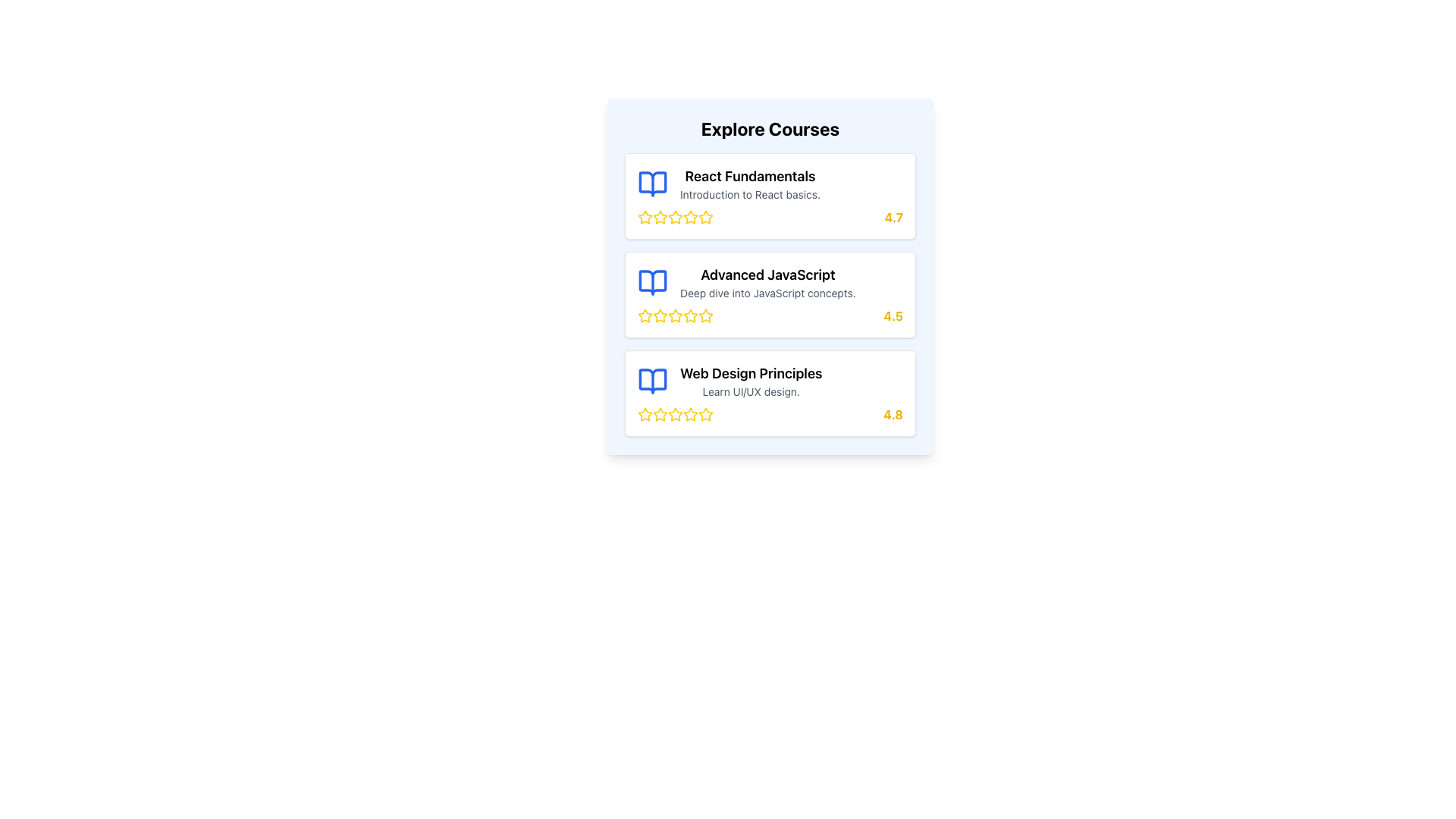 The height and width of the screenshot is (819, 1456). What do you see at coordinates (675, 415) in the screenshot?
I see `the third star icon in the 5-star rating system for the 'Web Design Principles' course` at bounding box center [675, 415].